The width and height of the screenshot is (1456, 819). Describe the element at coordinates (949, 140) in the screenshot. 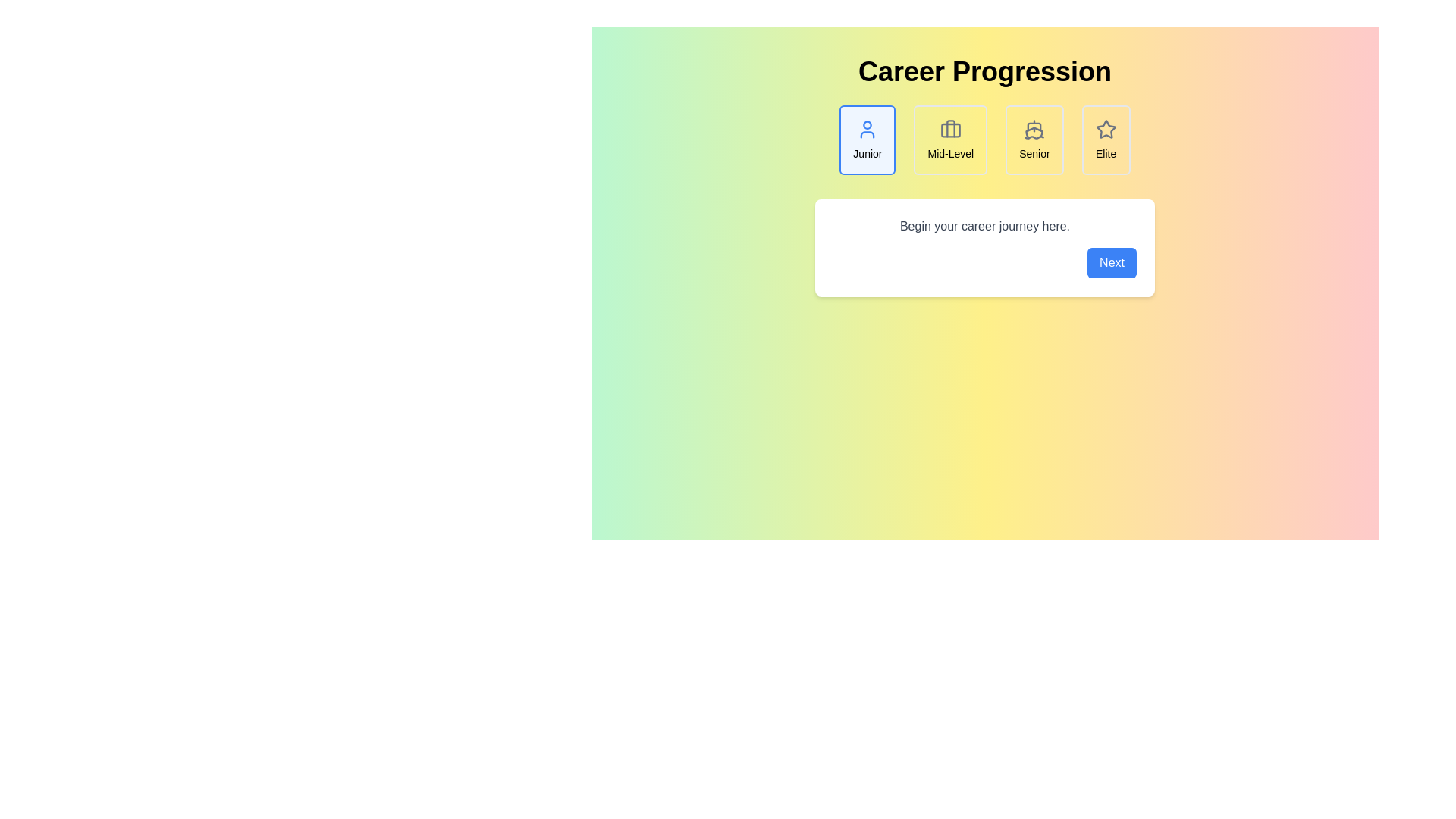

I see `the Mid-Level career step to view its details` at that location.